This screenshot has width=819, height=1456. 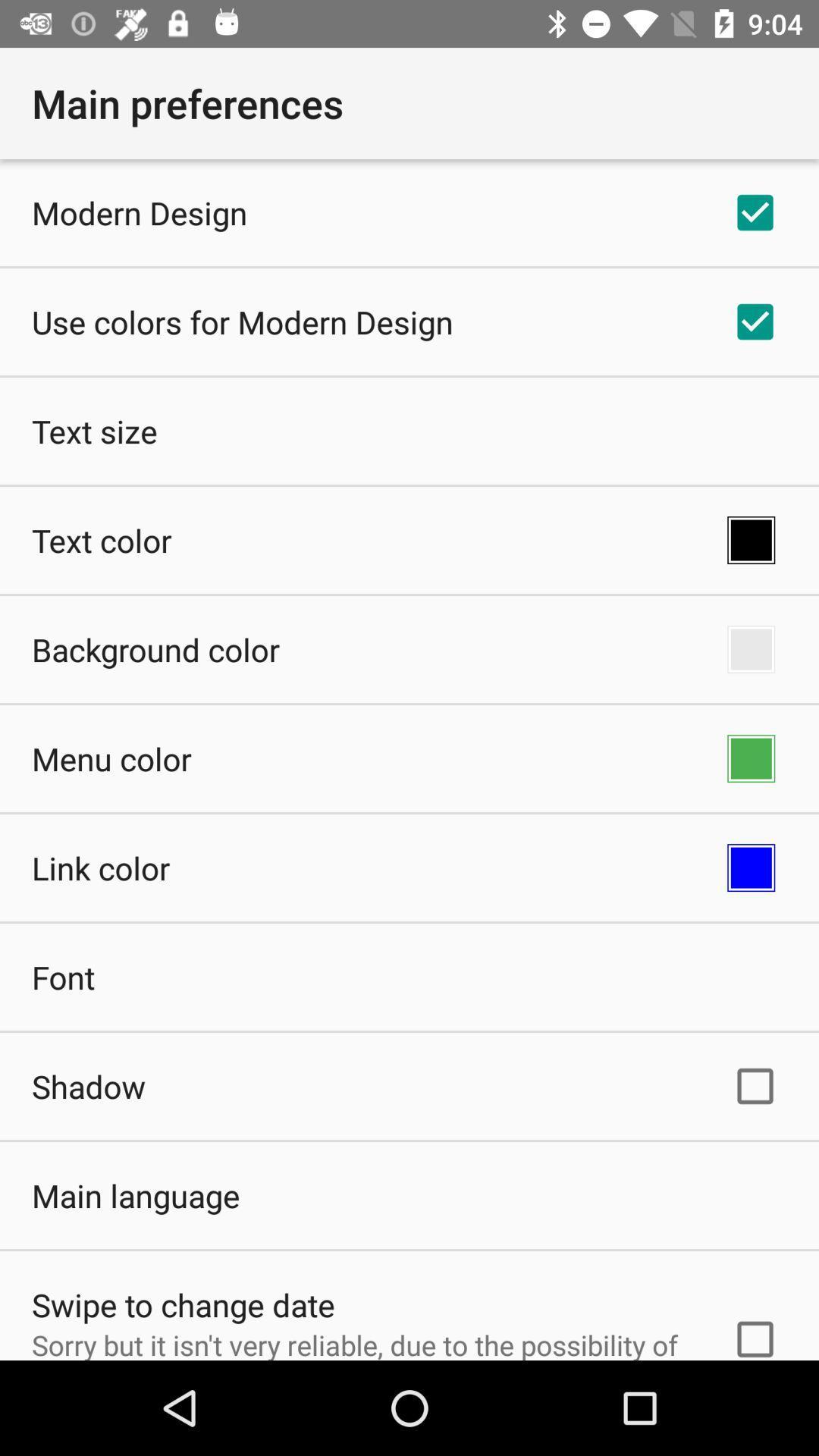 What do you see at coordinates (182, 1304) in the screenshot?
I see `icon above sorry but it` at bounding box center [182, 1304].